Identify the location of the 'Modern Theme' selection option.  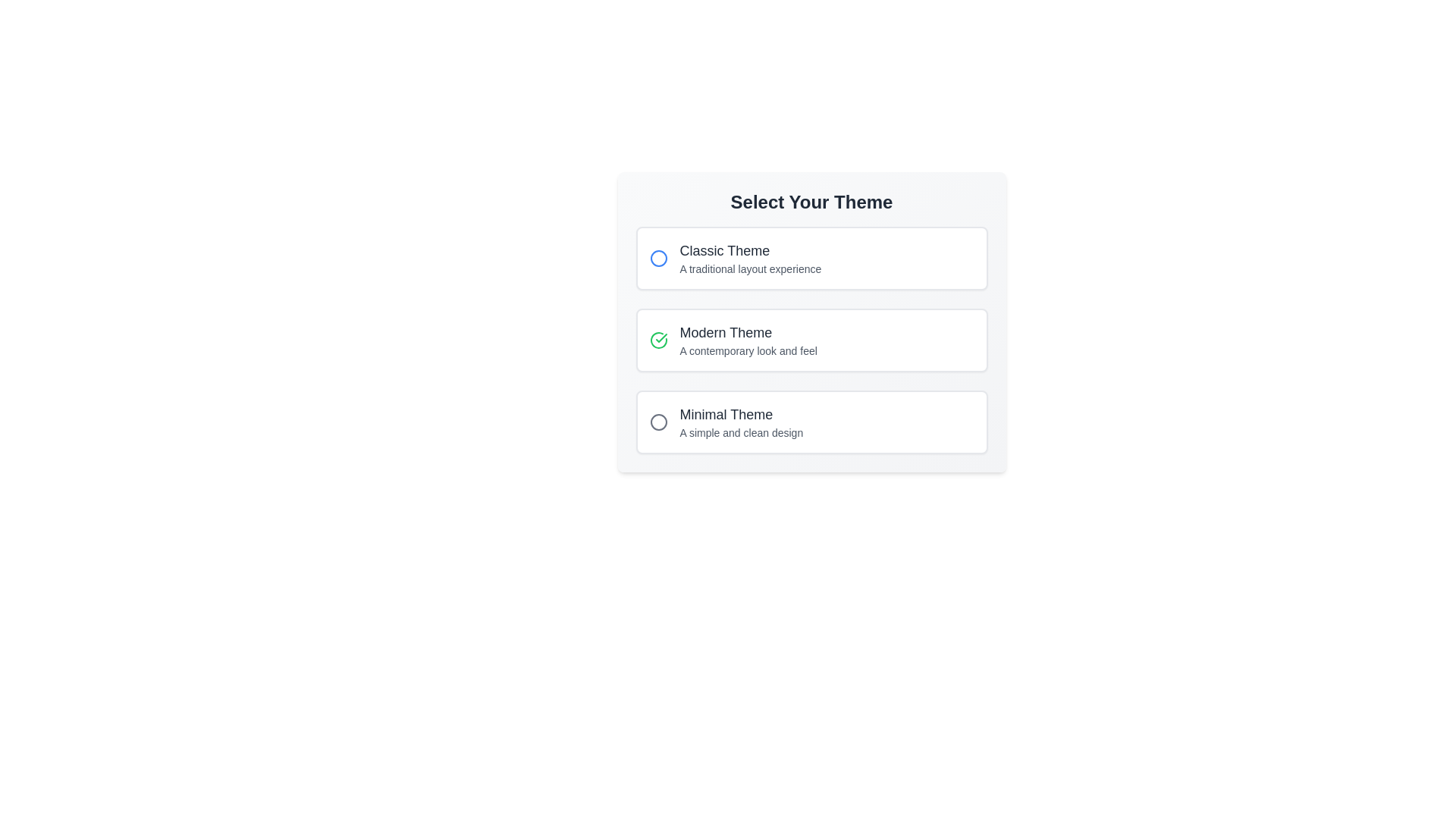
(811, 339).